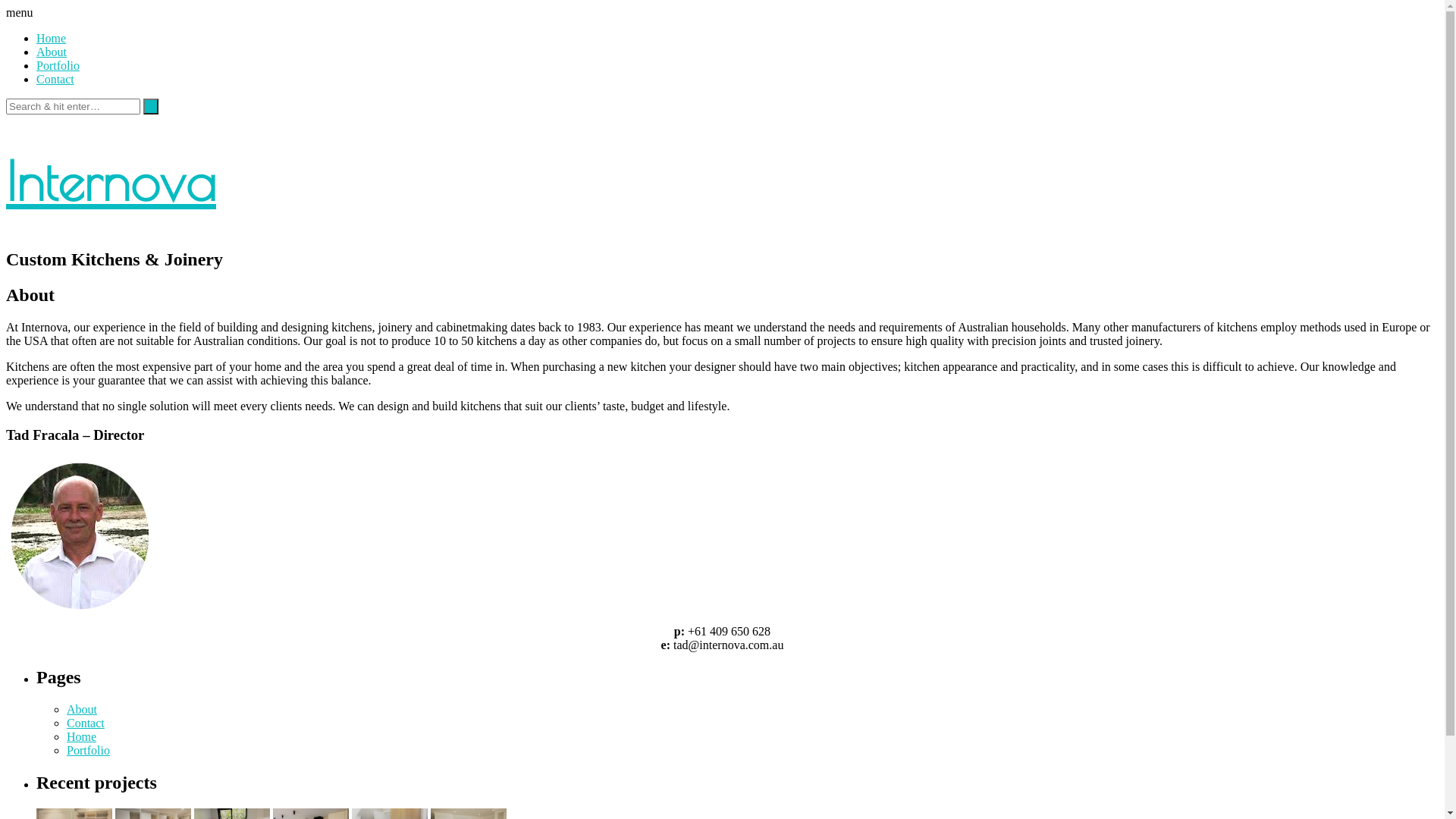 The height and width of the screenshot is (819, 1456). Describe the element at coordinates (85, 722) in the screenshot. I see `'Contact'` at that location.